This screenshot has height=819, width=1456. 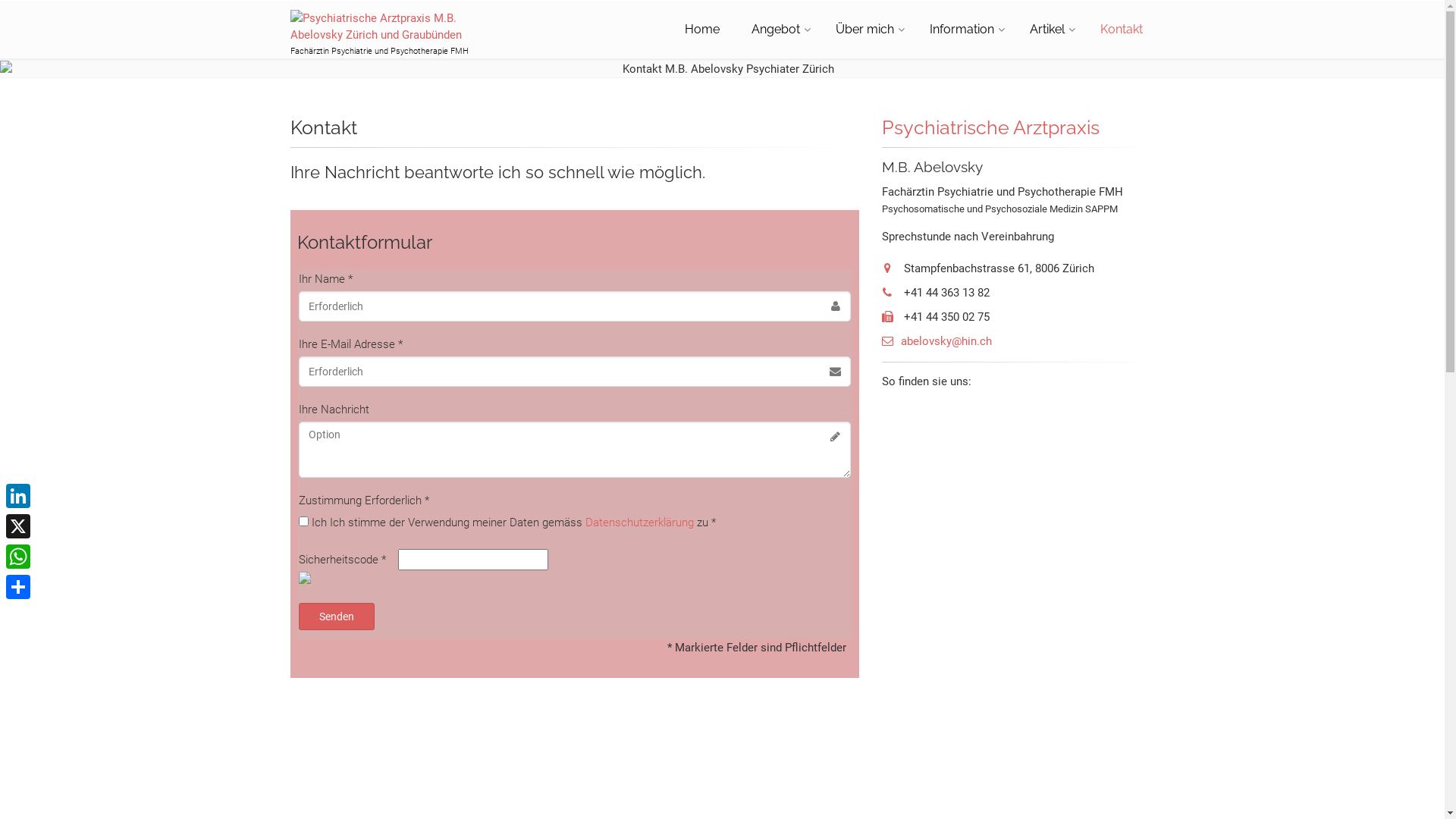 I want to click on 'X', so click(x=18, y=526).